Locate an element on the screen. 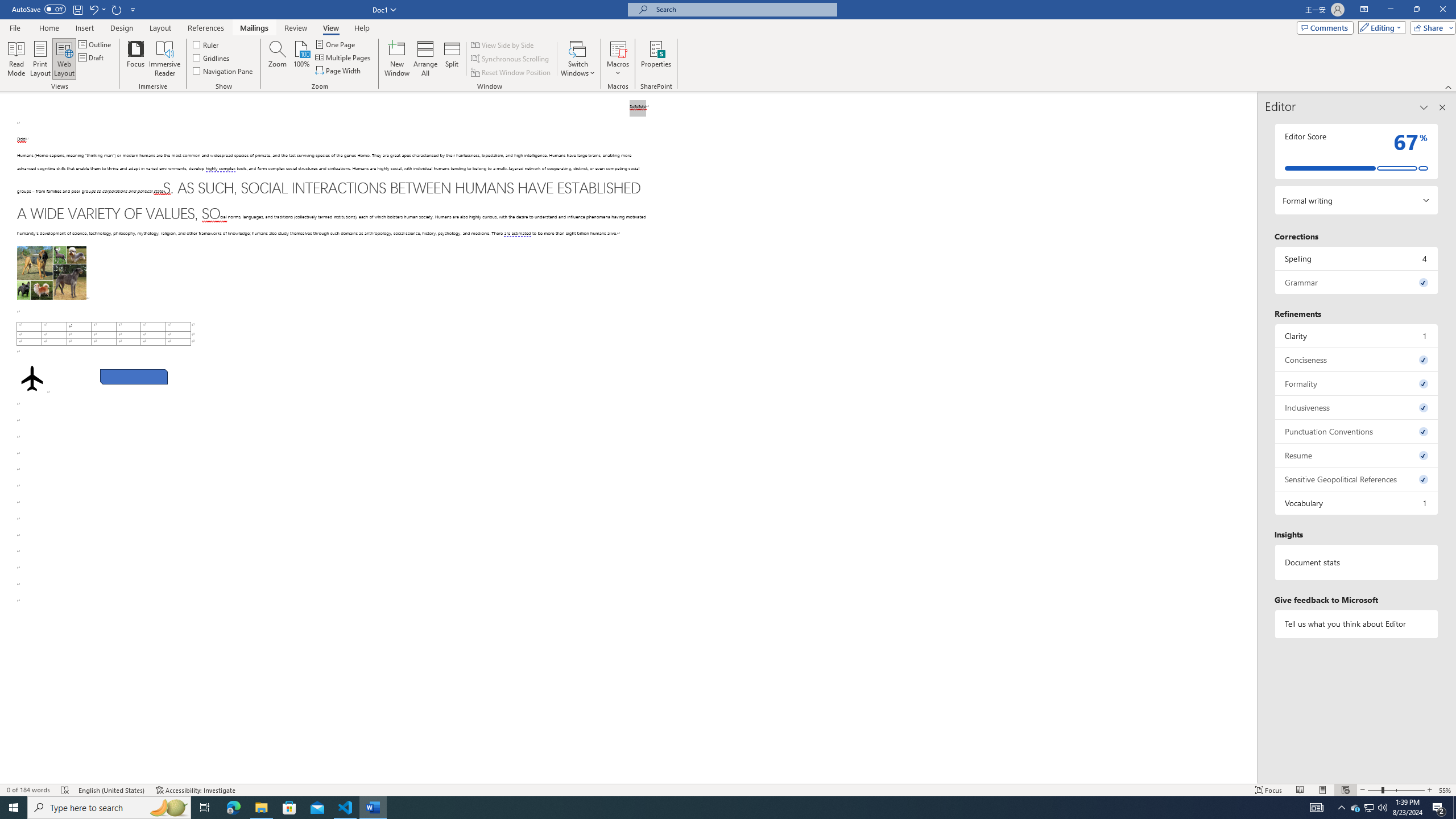 This screenshot has width=1456, height=819. 'Vocabulary, 1 issue. Press space or enter to review items.' is located at coordinates (1356, 503).